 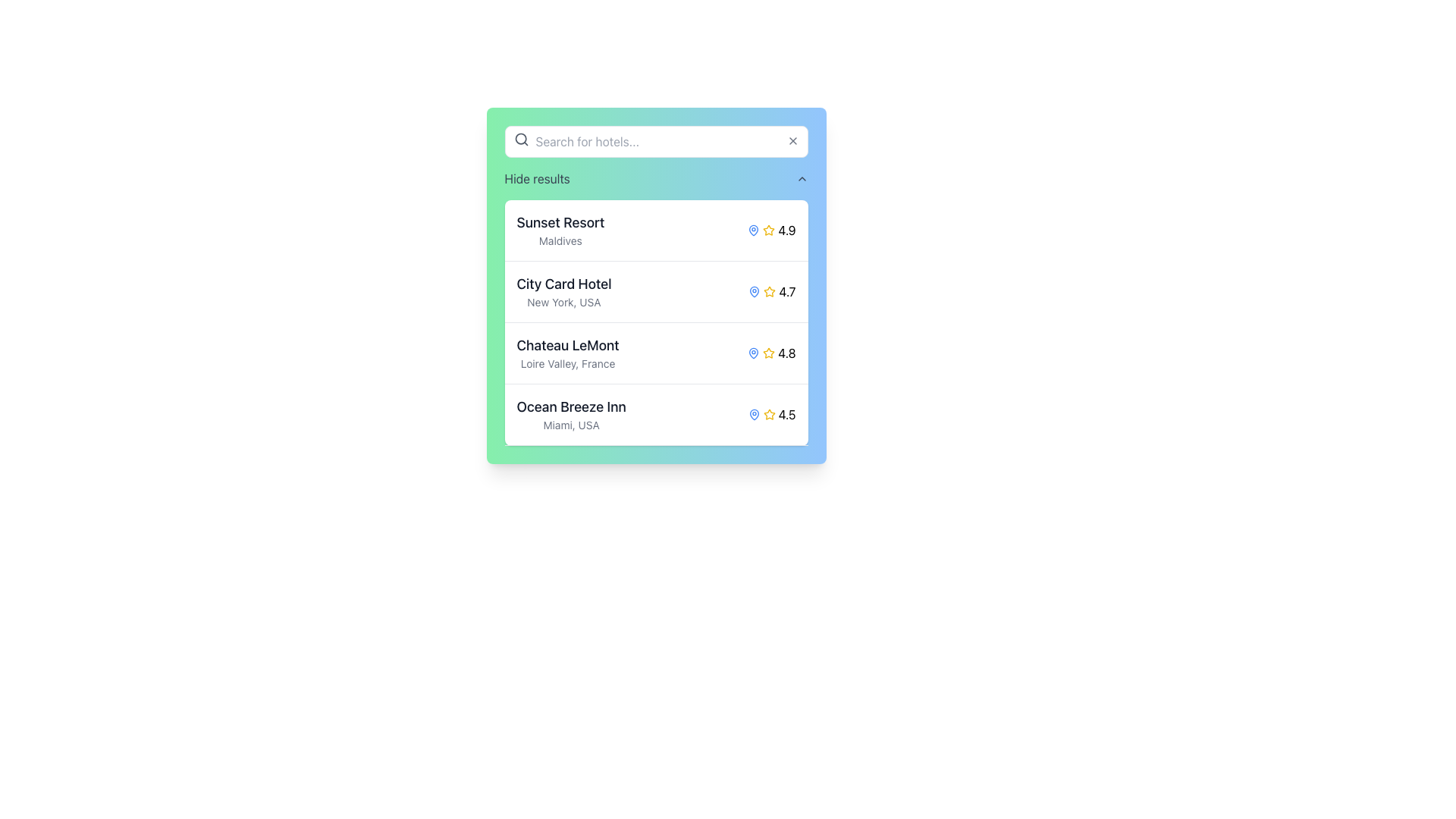 What do you see at coordinates (772, 292) in the screenshot?
I see `numerical rating value '4.7' displayed in a large, bold font format, which is accompanied by a small, yellow star graphic to its left, located on the right side of the 'City Card Hotel' card` at bounding box center [772, 292].